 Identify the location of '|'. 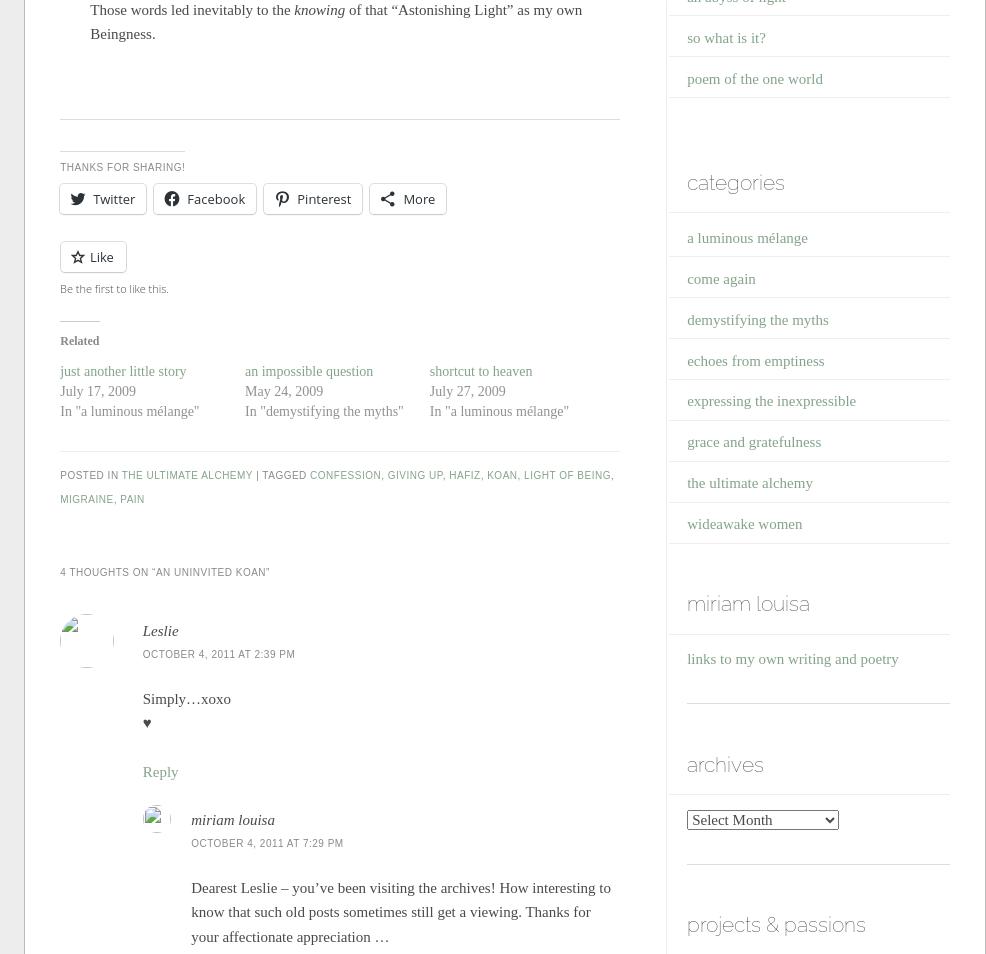
(259, 475).